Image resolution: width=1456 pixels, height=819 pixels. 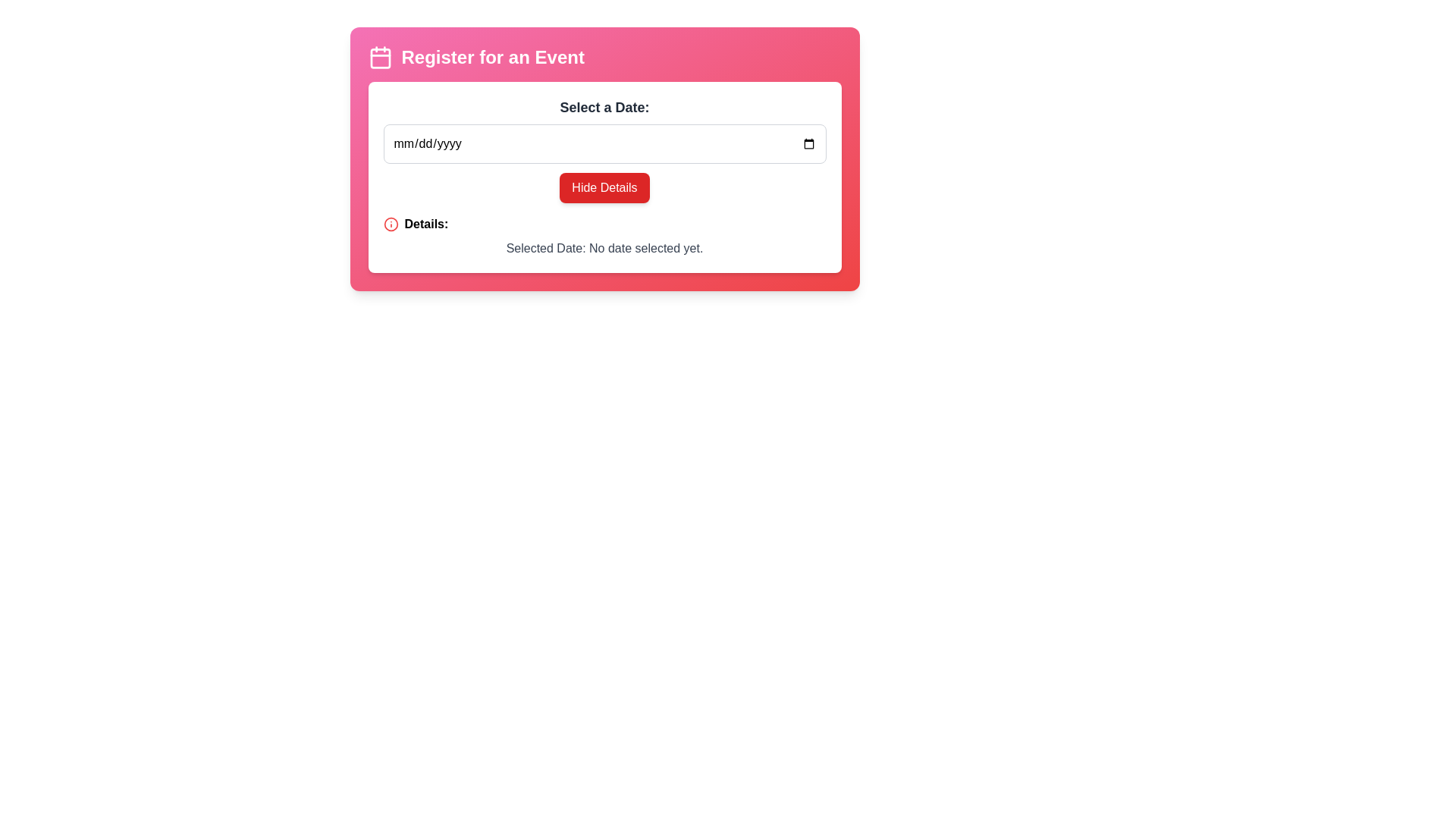 I want to click on the 'Hide Details' button, which has a prominent red background and white text, located below the date selector field, so click(x=604, y=177).